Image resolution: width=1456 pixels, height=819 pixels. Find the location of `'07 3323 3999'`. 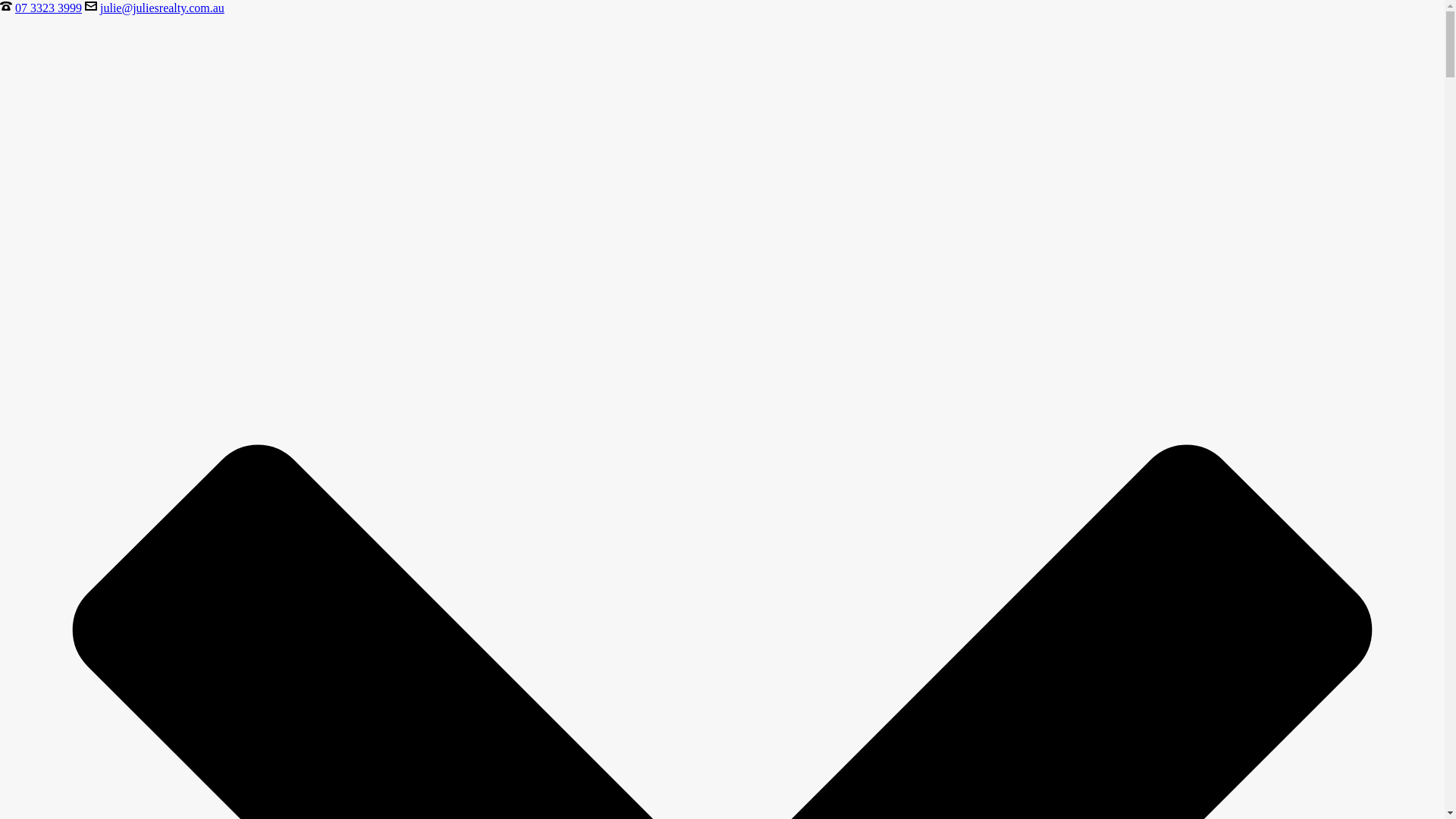

'07 3323 3999' is located at coordinates (48, 8).